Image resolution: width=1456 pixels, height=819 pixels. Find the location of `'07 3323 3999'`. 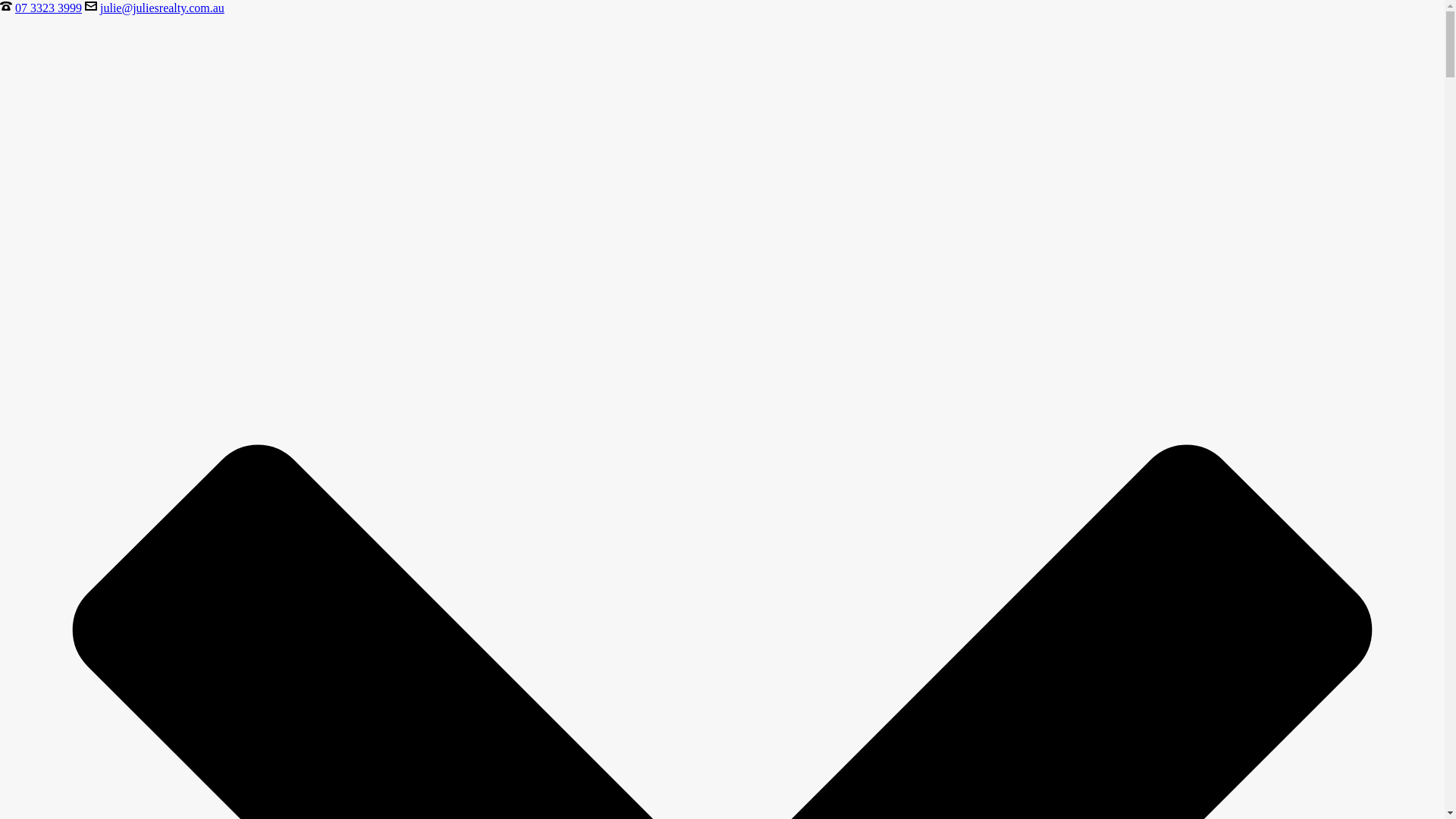

'07 3323 3999' is located at coordinates (48, 8).